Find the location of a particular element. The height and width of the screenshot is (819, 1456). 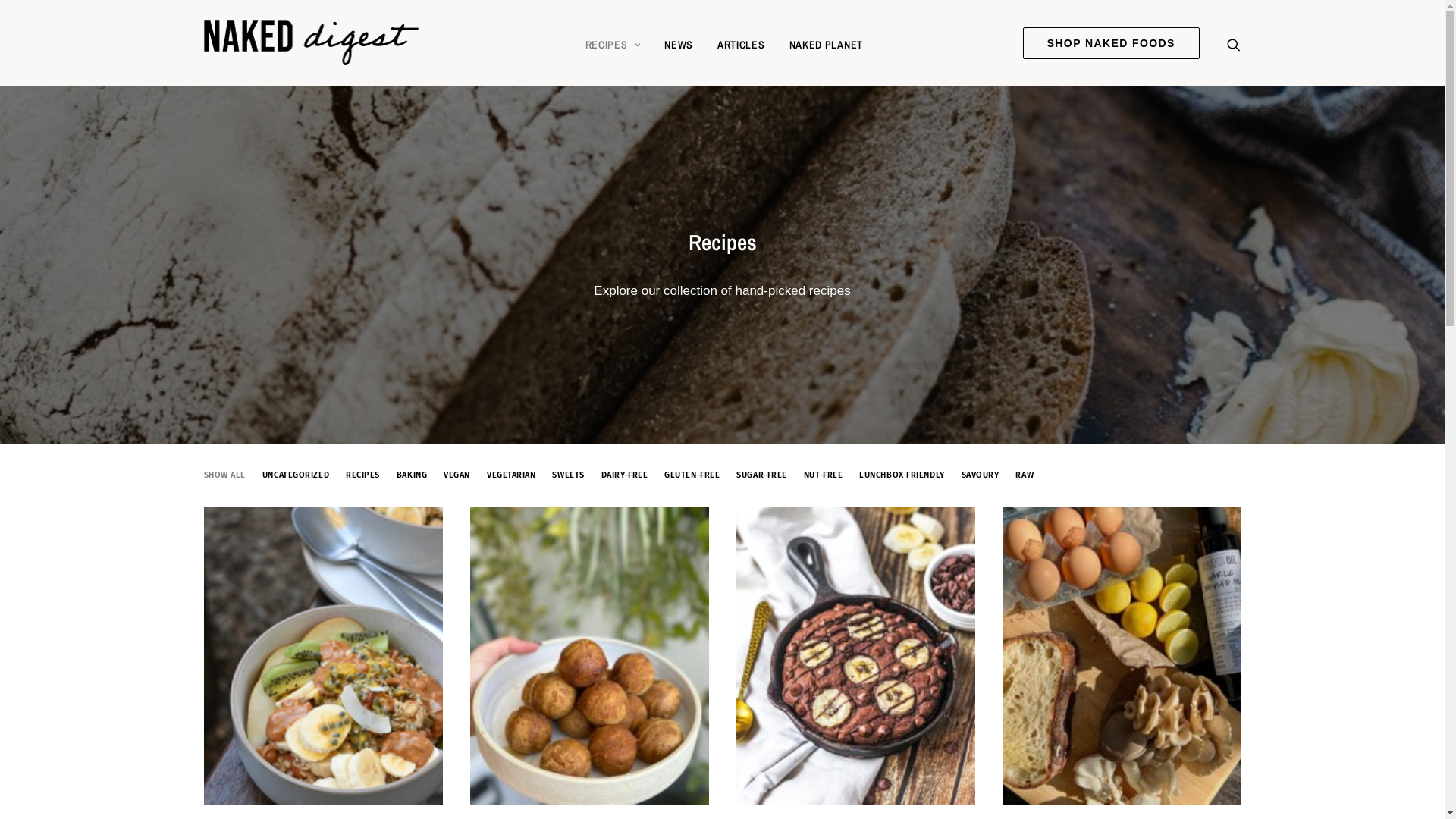

'DAIRY-FREE' is located at coordinates (625, 474).